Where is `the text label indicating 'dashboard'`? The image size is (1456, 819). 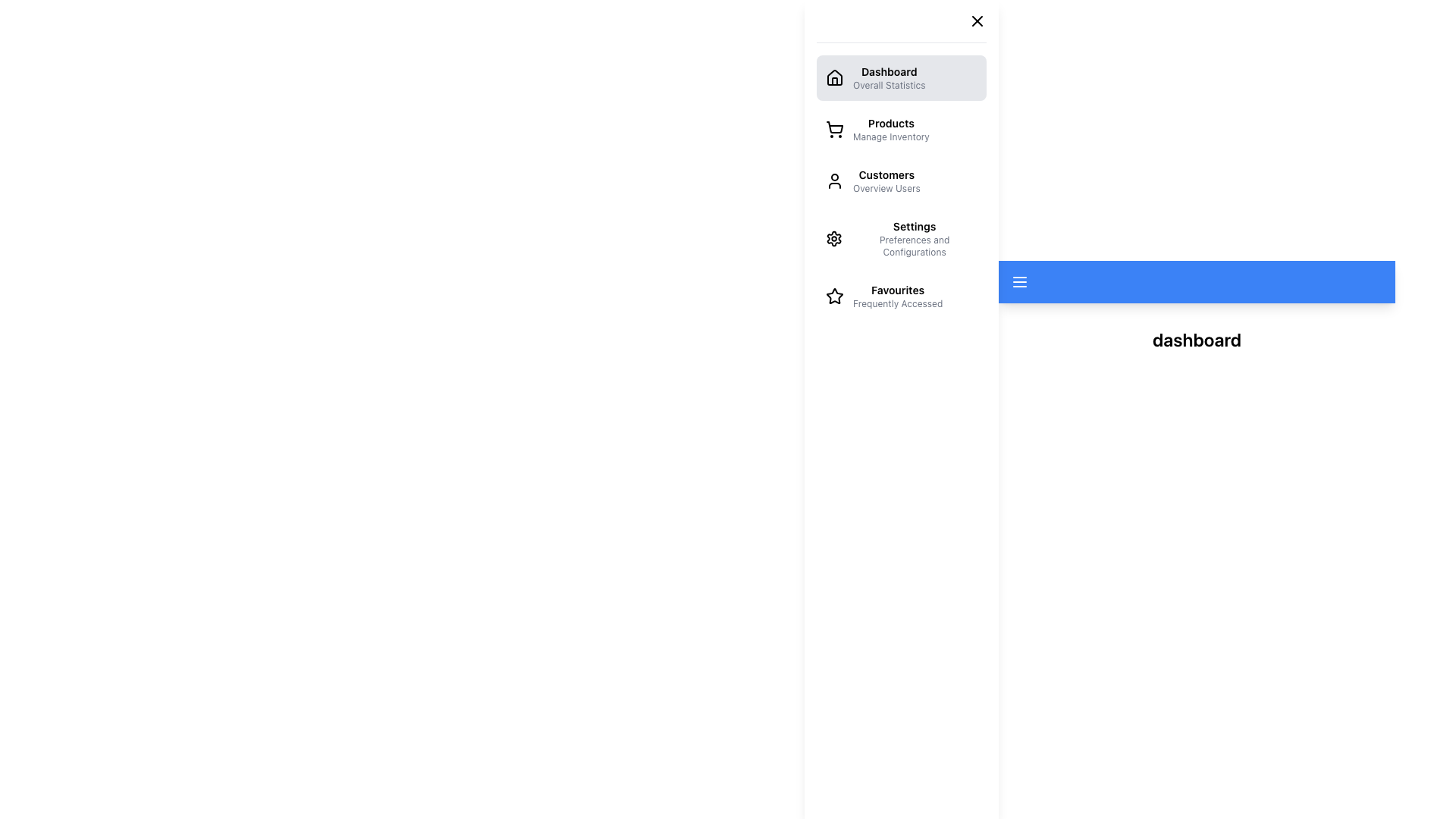 the text label indicating 'dashboard' is located at coordinates (1196, 338).